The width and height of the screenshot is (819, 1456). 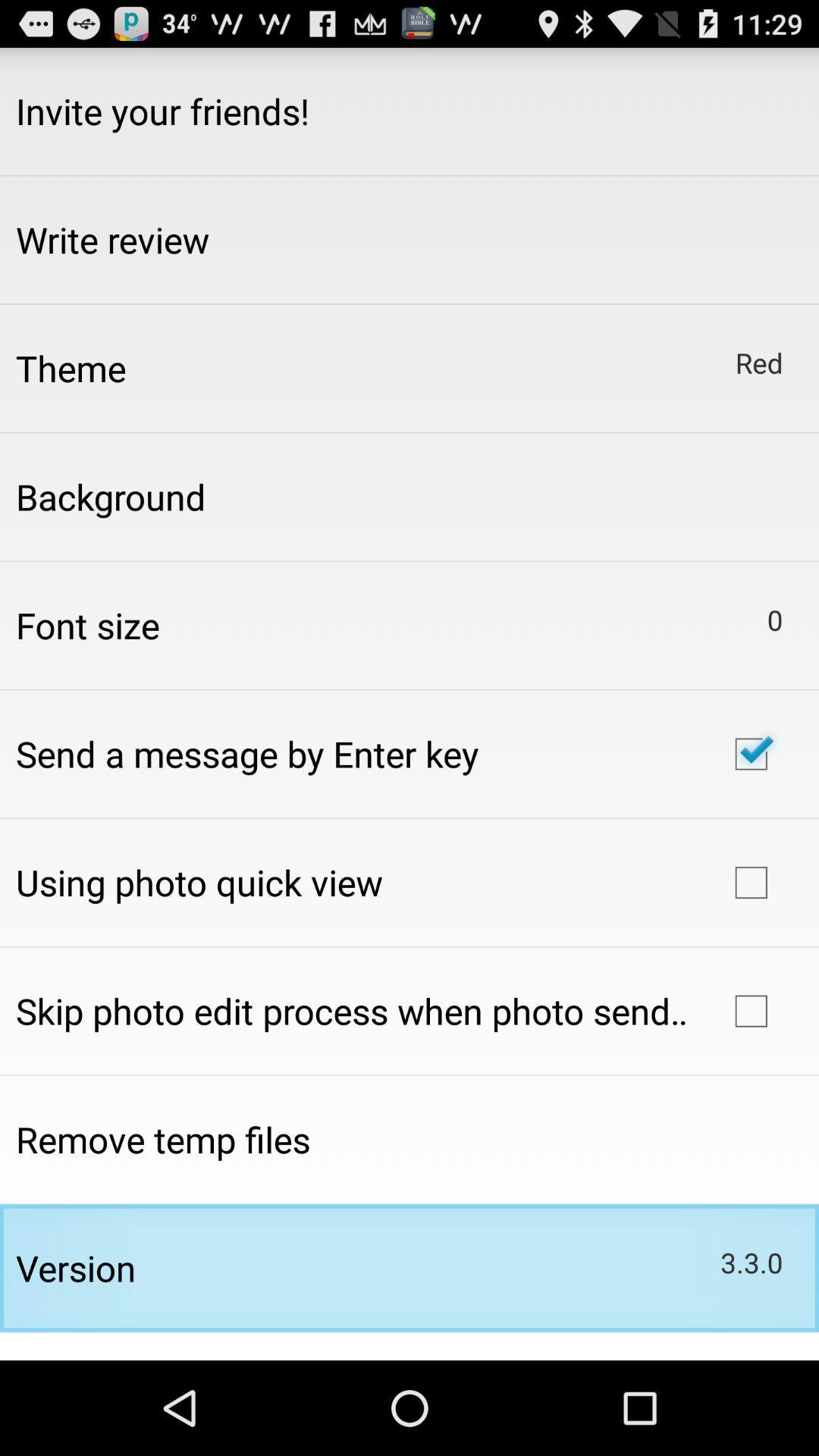 What do you see at coordinates (87, 625) in the screenshot?
I see `the font size` at bounding box center [87, 625].